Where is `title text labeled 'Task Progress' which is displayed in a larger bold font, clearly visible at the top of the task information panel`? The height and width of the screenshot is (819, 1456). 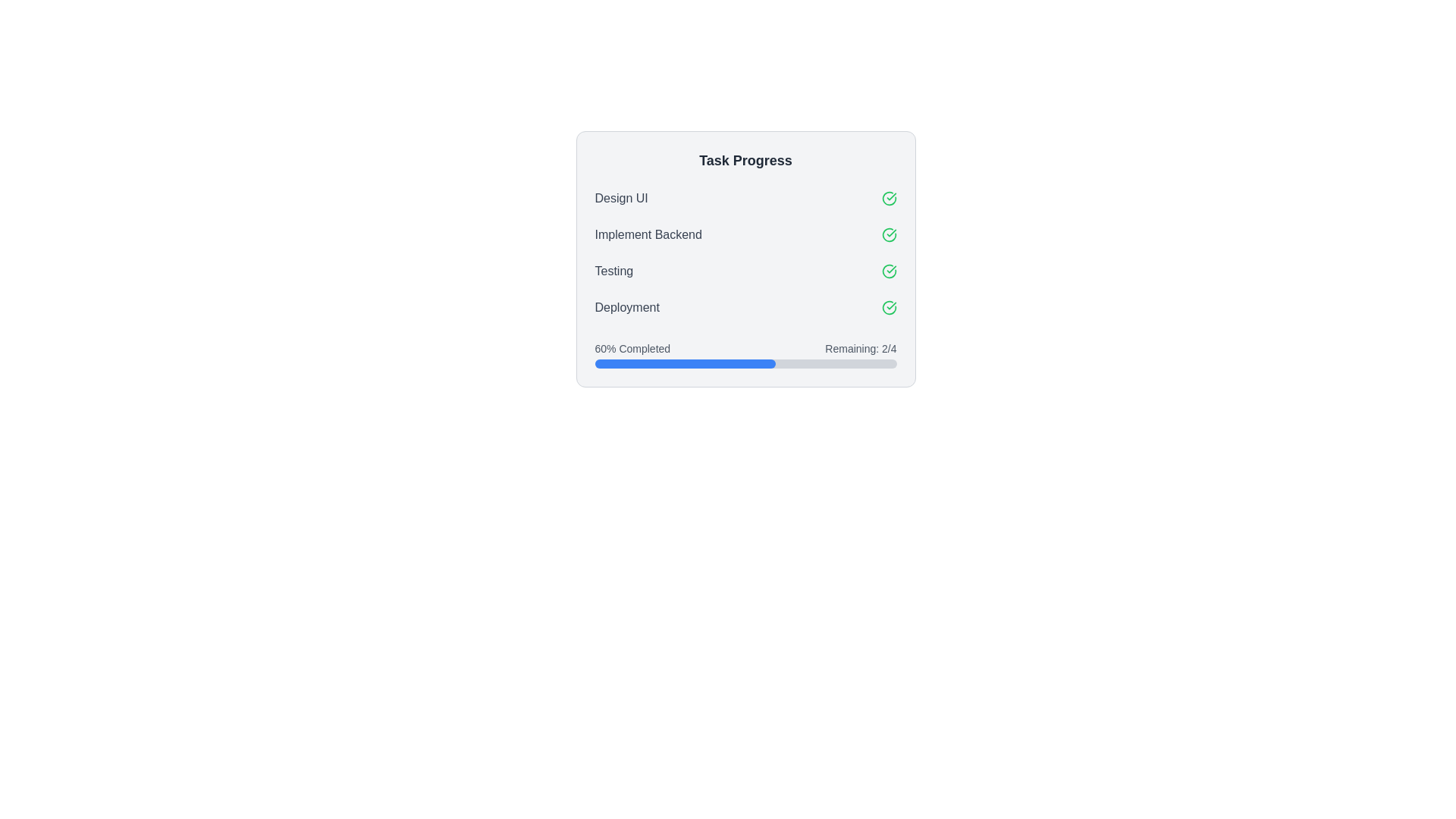 title text labeled 'Task Progress' which is displayed in a larger bold font, clearly visible at the top of the task information panel is located at coordinates (745, 161).